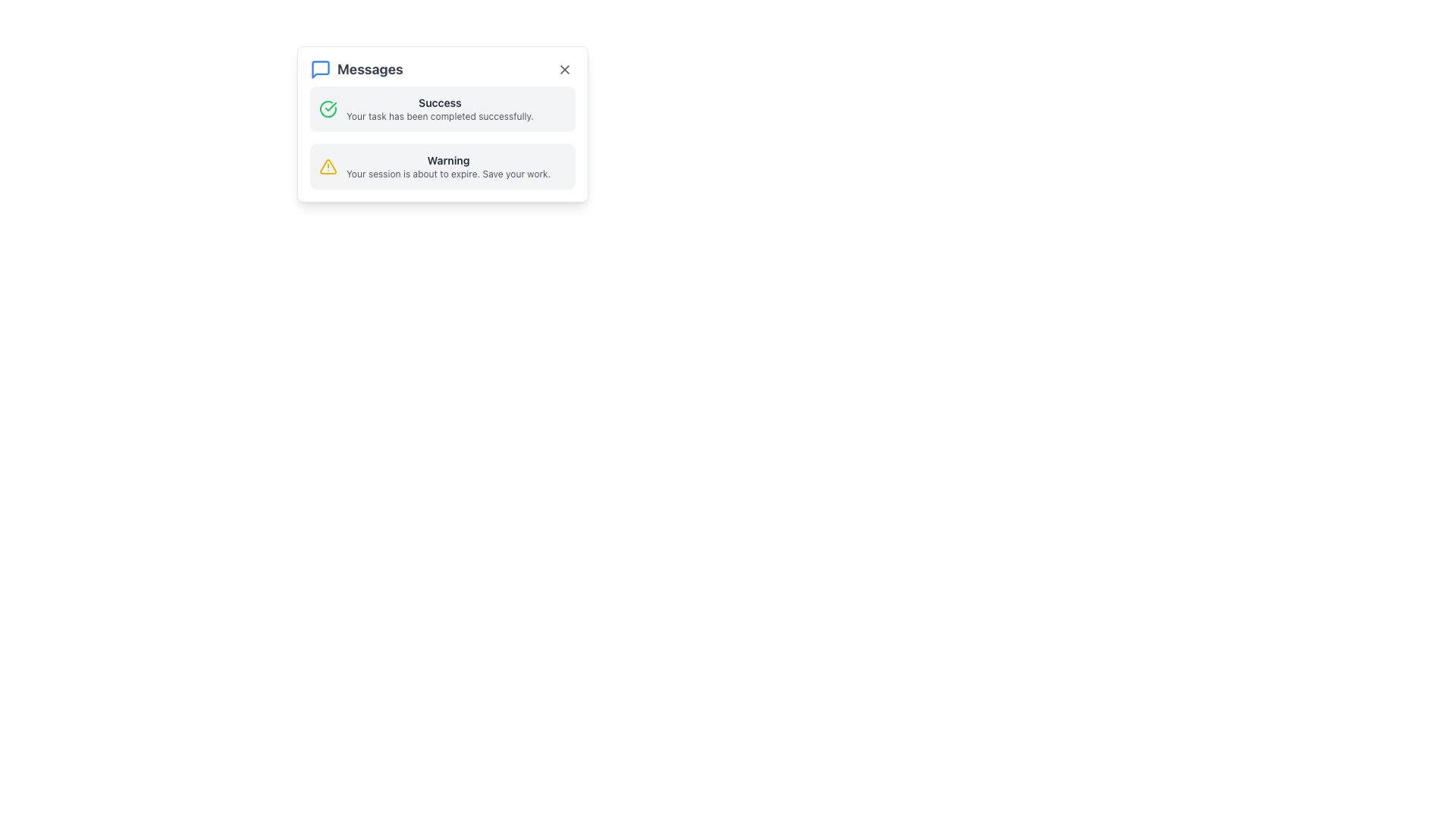 This screenshot has height=819, width=1456. What do you see at coordinates (330, 106) in the screenshot?
I see `the checkmark icon inside the green circular border next to the 'Success' message in the notification` at bounding box center [330, 106].